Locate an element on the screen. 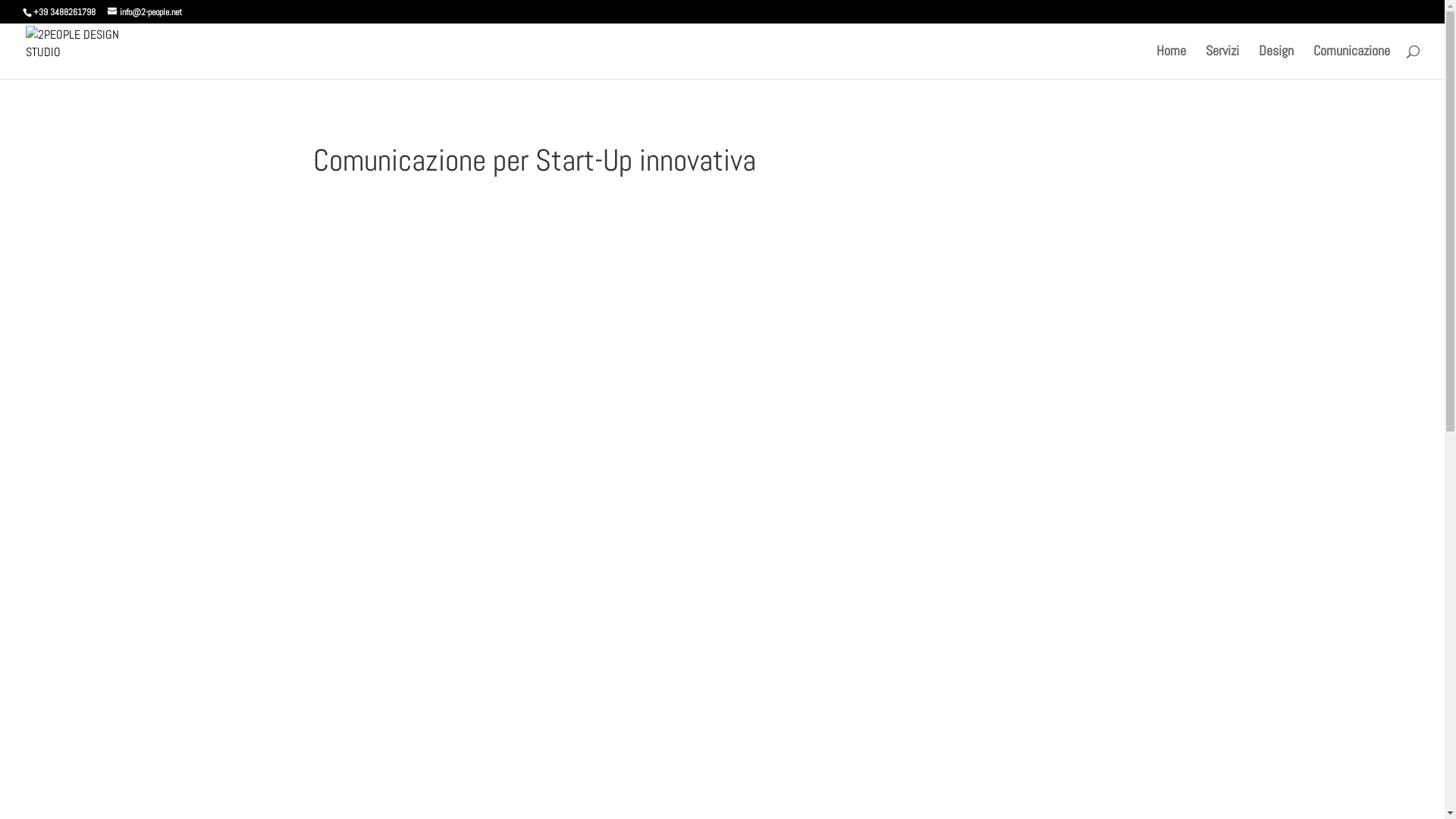 The width and height of the screenshot is (1456, 819). 'Design' is located at coordinates (1276, 61).